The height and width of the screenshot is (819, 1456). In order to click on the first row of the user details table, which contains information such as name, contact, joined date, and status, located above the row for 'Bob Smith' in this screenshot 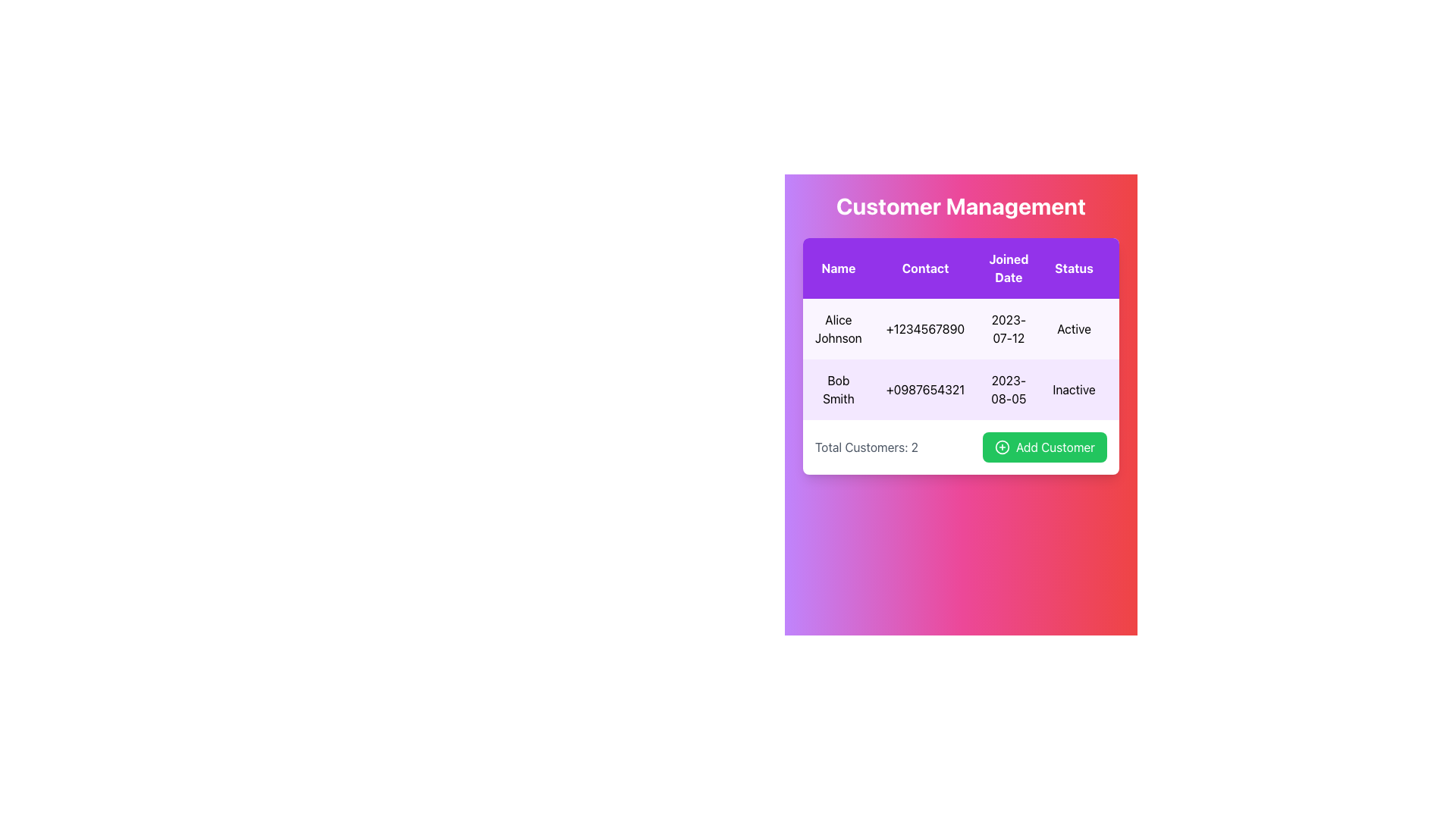, I will do `click(1009, 328)`.